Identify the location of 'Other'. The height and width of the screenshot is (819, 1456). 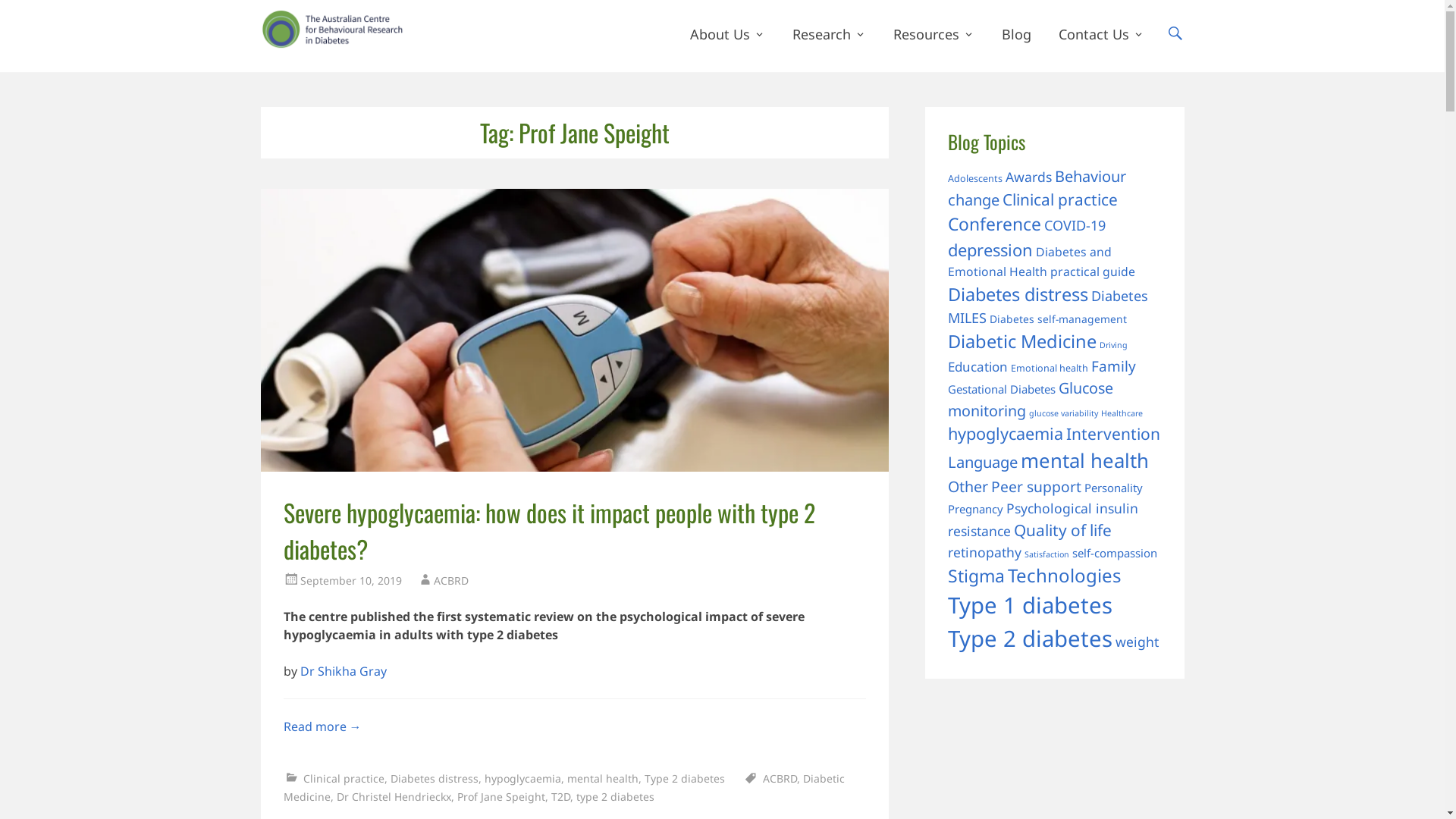
(967, 486).